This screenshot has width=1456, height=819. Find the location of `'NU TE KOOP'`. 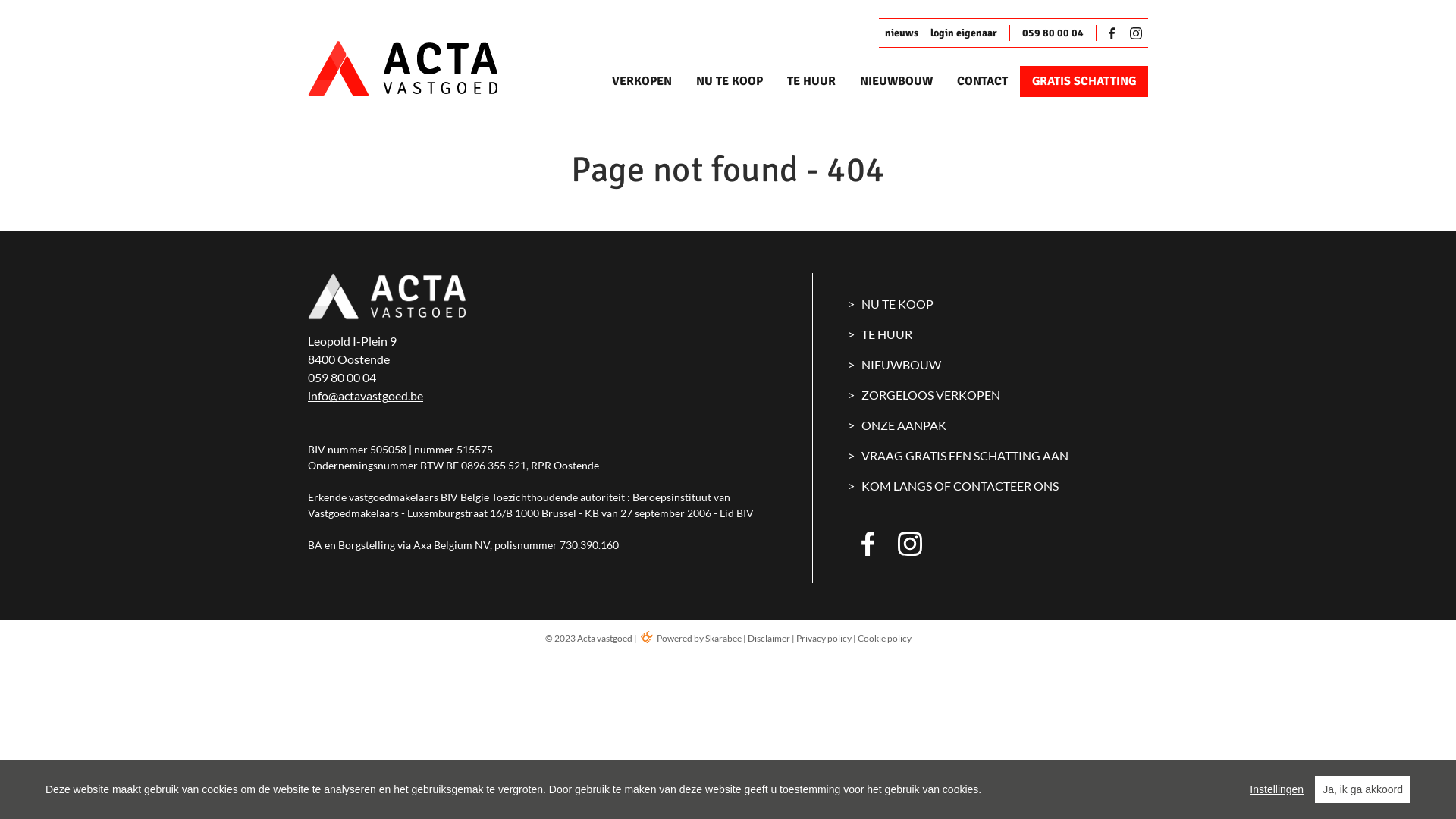

'NU TE KOOP' is located at coordinates (729, 81).